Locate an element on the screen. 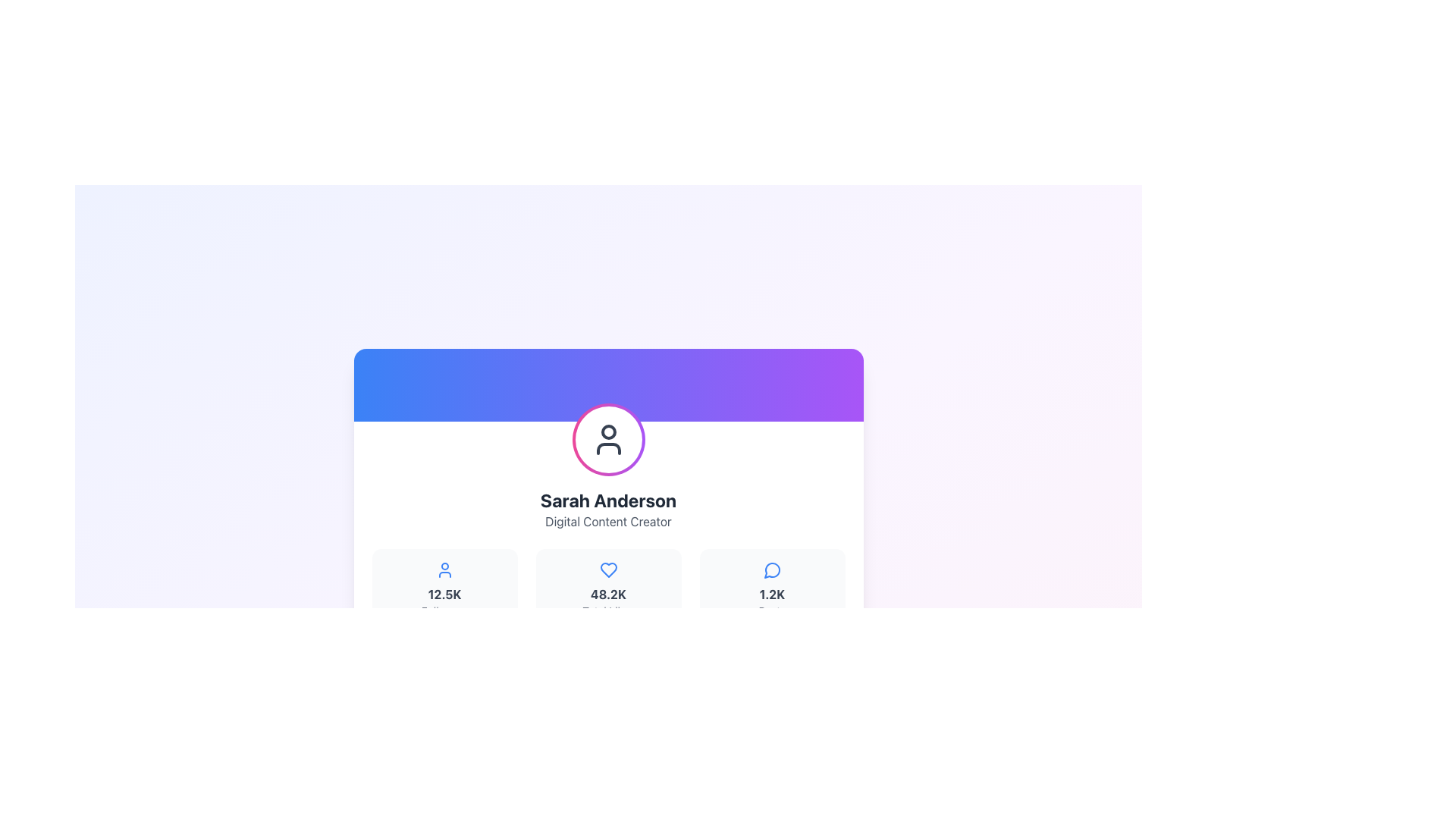  the labeled link or category item located in the second row, second column of the grid, which signifies a category related to influencers is located at coordinates (730, 751).